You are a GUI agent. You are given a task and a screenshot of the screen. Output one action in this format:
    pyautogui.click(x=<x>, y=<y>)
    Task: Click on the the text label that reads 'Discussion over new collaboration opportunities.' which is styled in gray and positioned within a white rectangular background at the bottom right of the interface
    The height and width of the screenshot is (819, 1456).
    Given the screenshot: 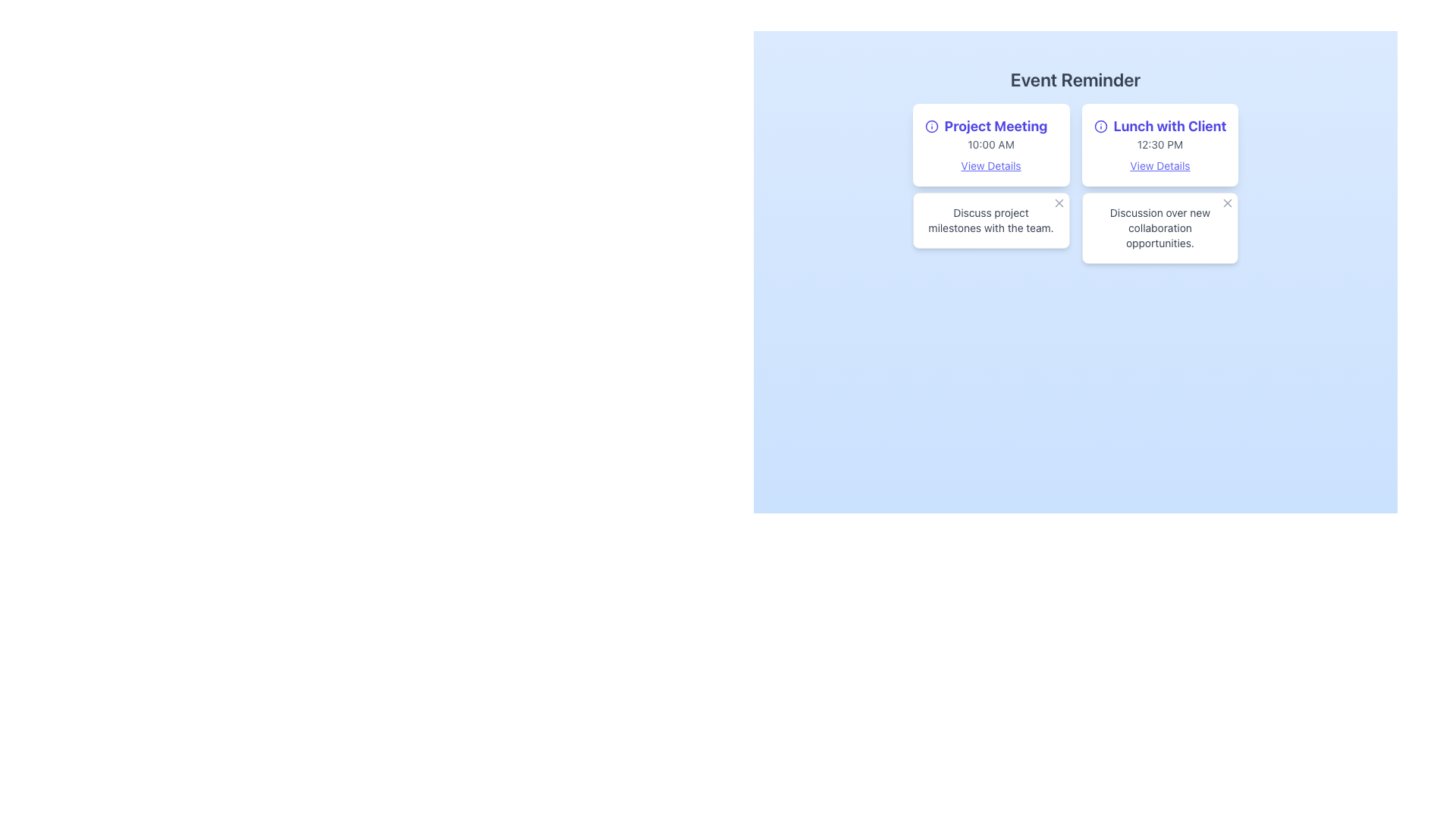 What is the action you would take?
    pyautogui.click(x=1159, y=227)
    